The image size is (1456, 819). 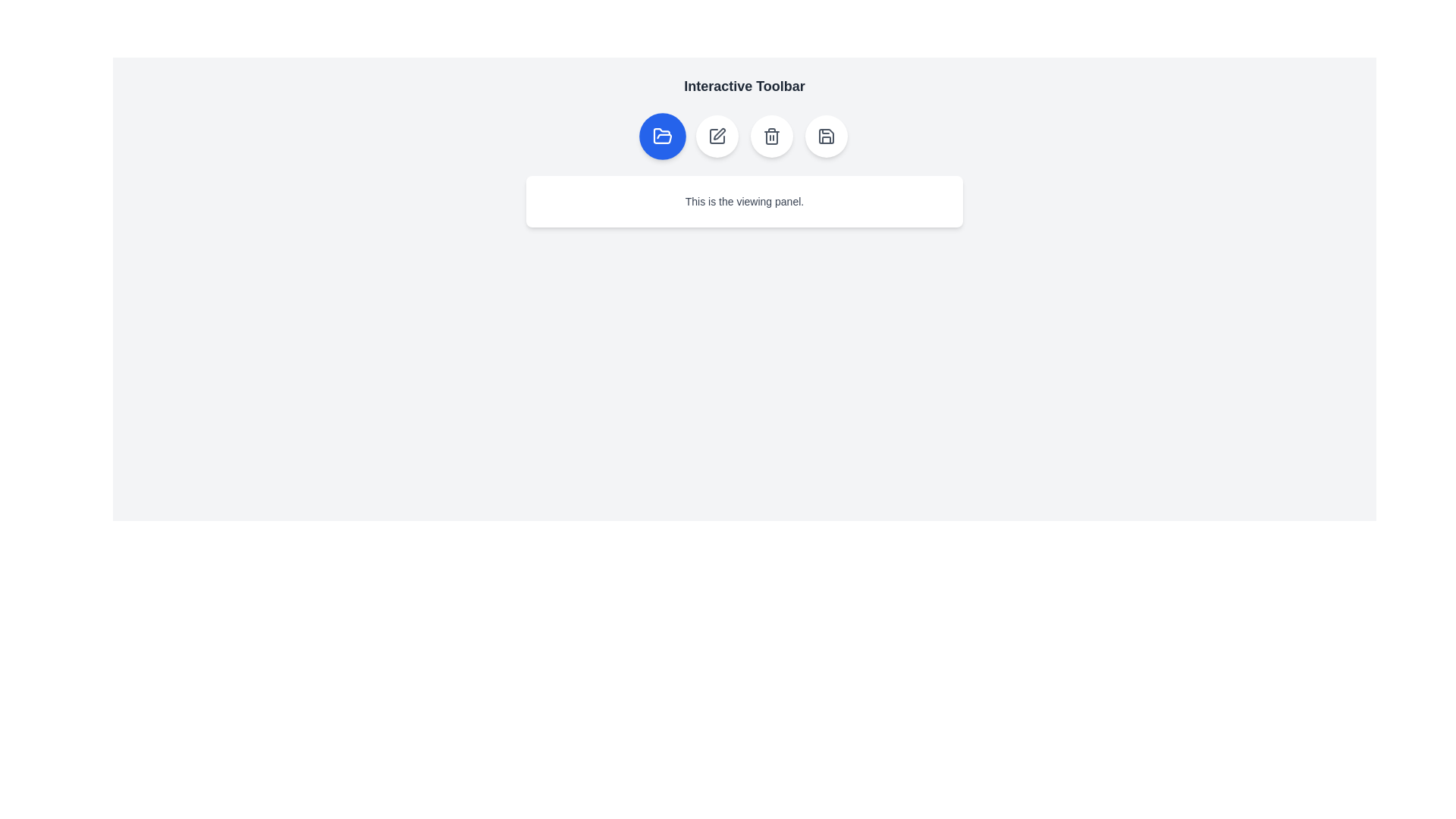 I want to click on the rounded blue button with a white folder icon located in the center-top toolbar, so click(x=662, y=136).